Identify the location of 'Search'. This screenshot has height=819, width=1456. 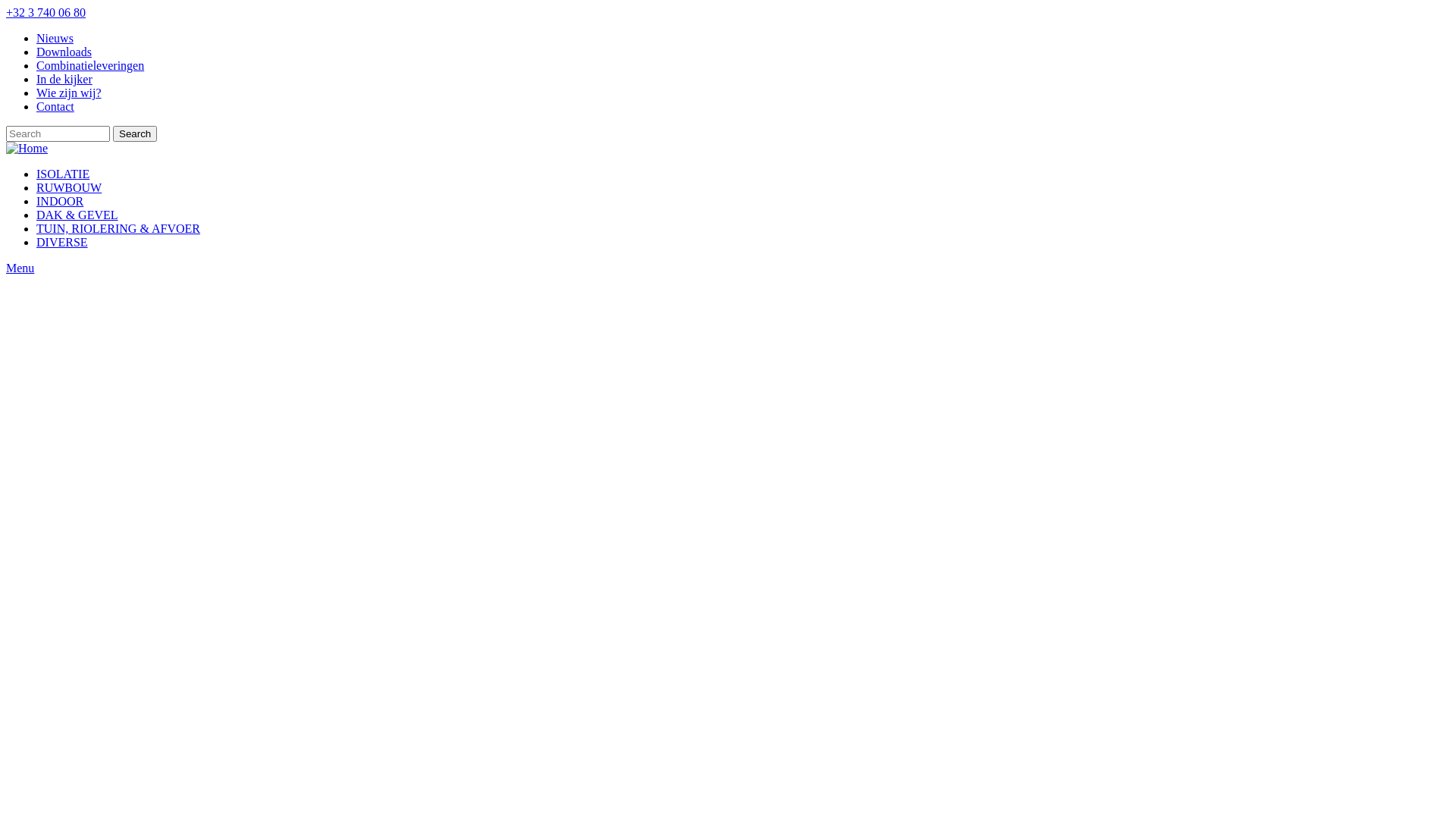
(134, 133).